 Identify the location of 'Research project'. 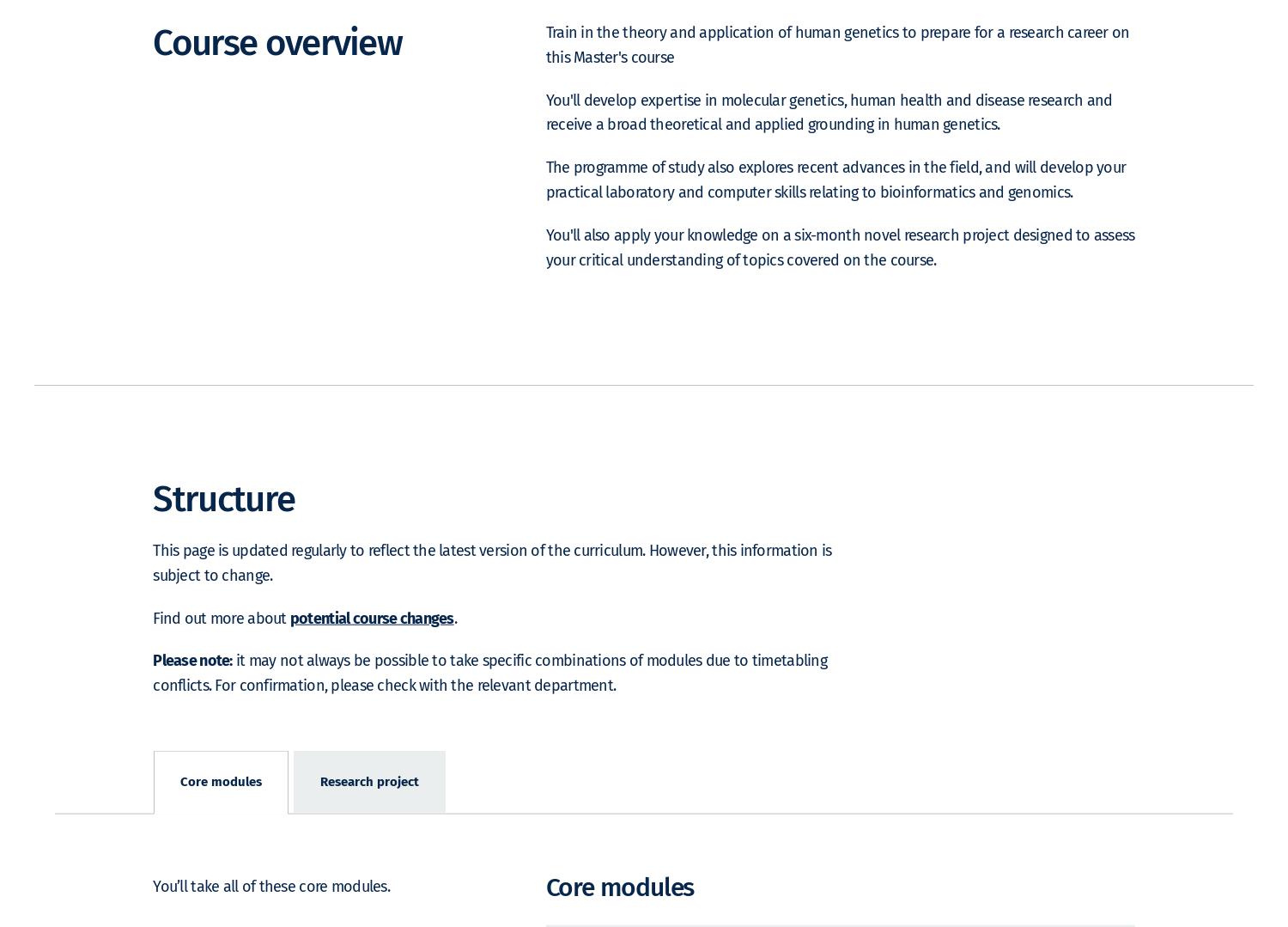
(369, 805).